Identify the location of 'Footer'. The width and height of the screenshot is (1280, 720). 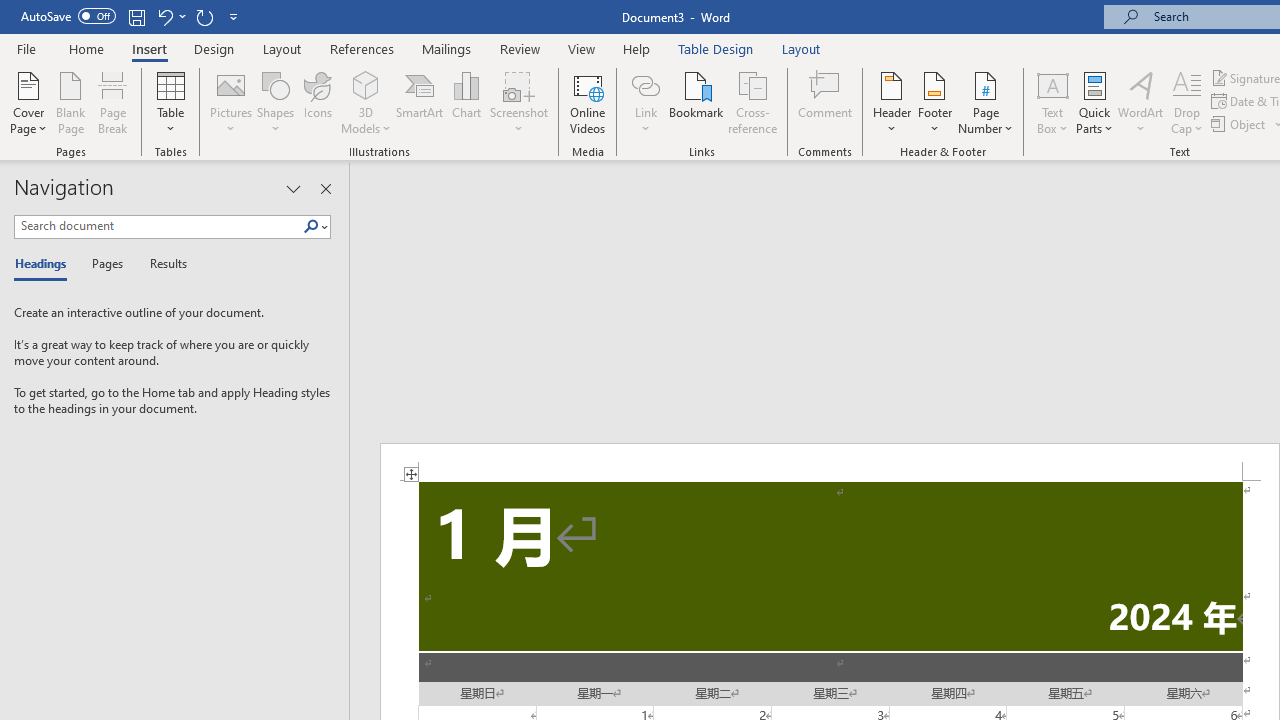
(934, 103).